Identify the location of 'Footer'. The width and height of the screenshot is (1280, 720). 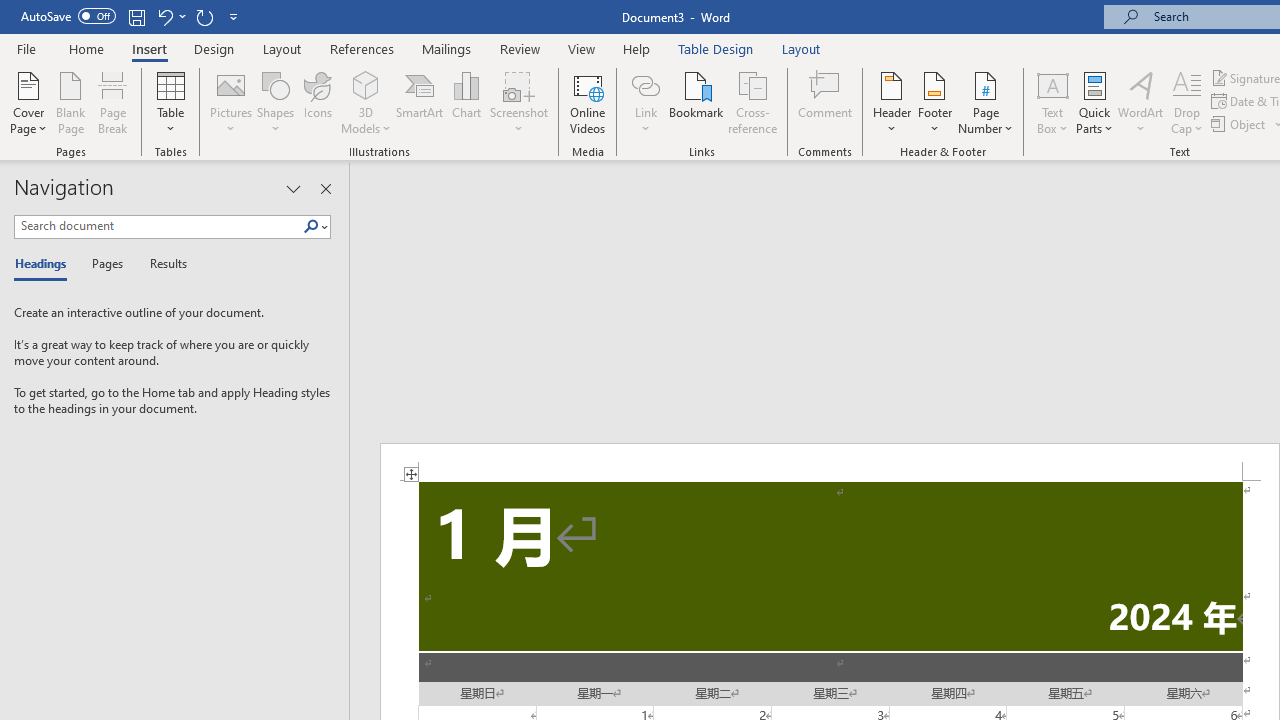
(934, 103).